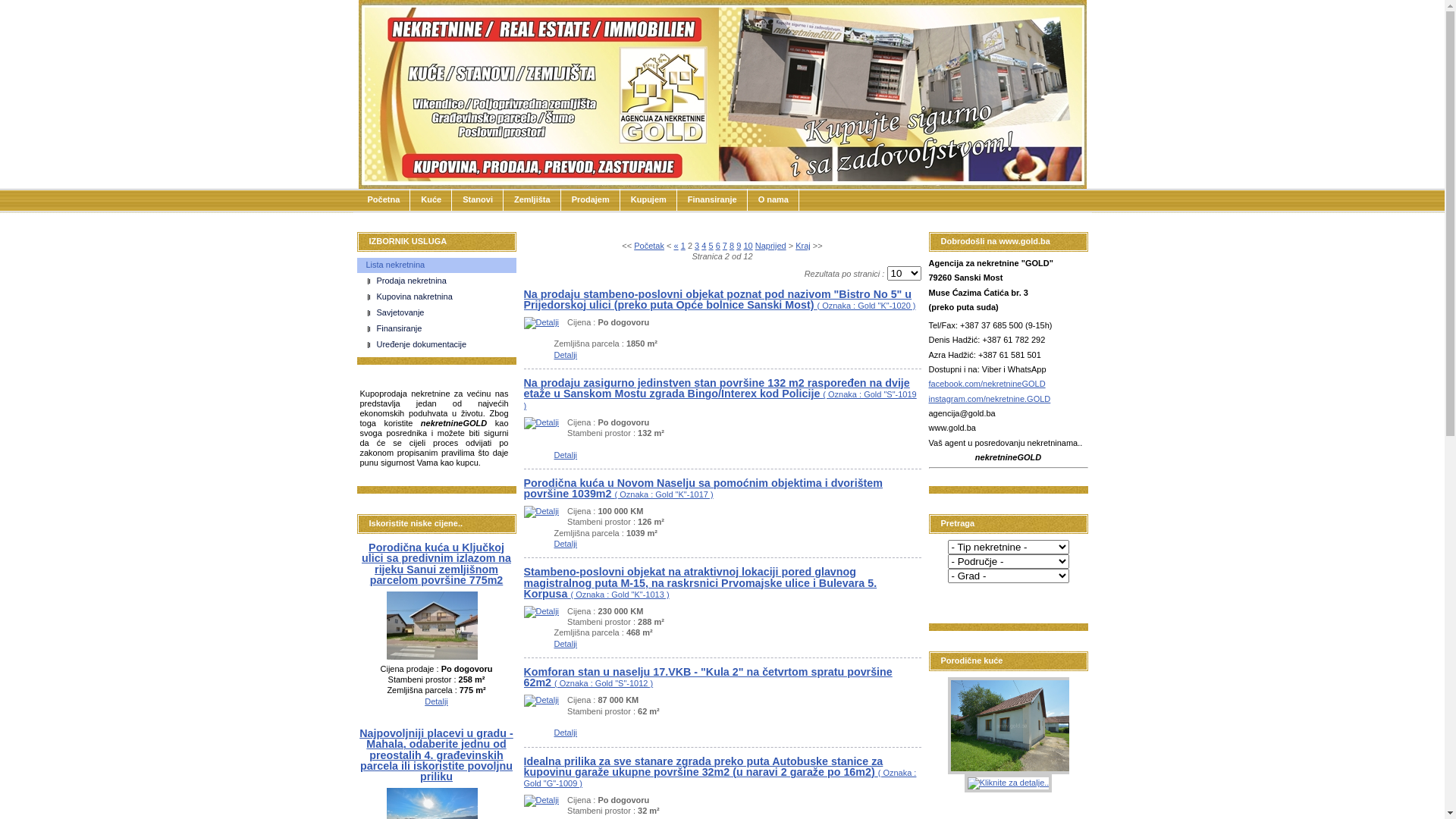 The image size is (1456, 819). Describe the element at coordinates (440, 297) in the screenshot. I see `'Kupovina nakretnina'` at that location.